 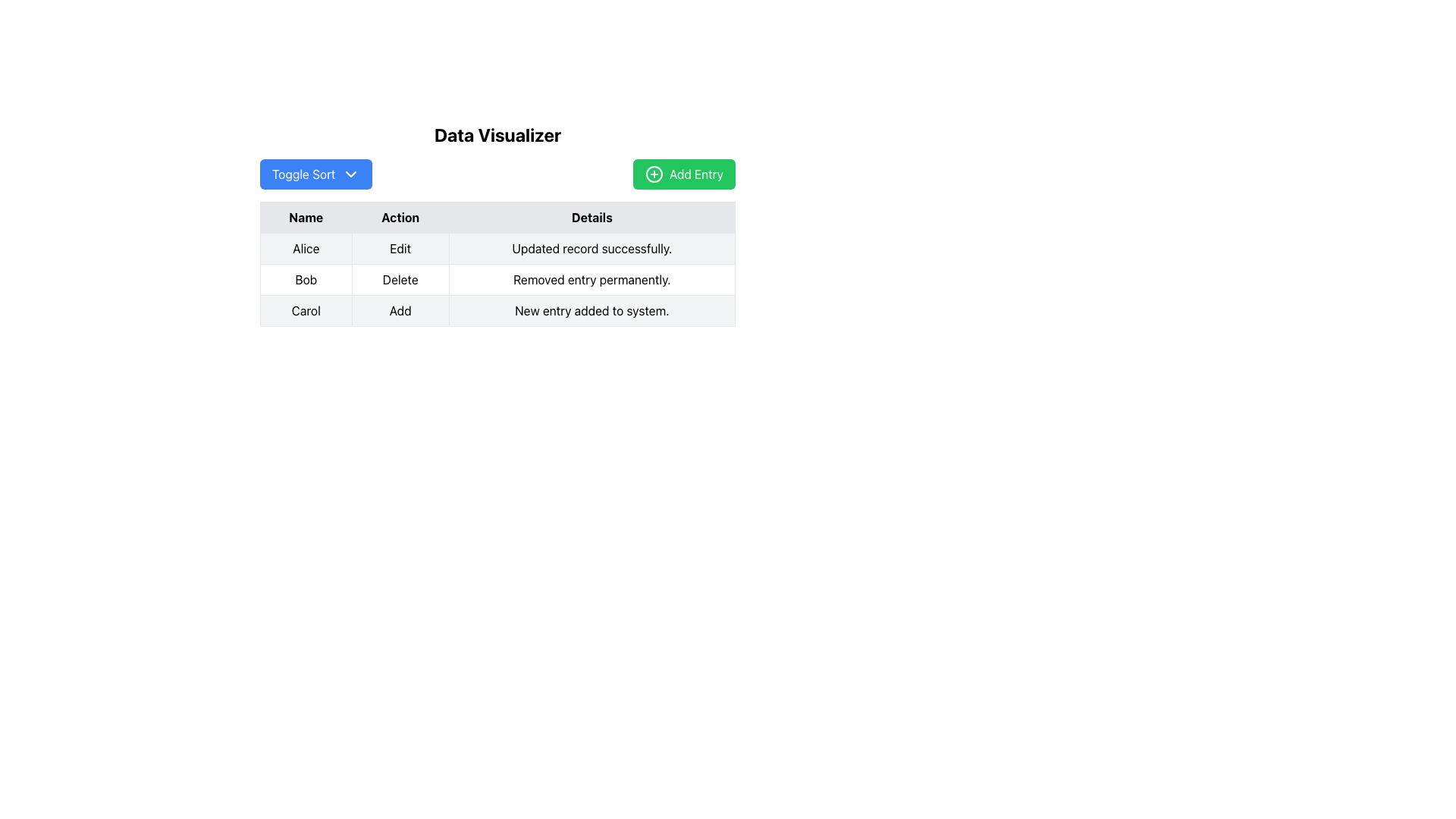 I want to click on the Toolbar containing the 'Toggle Sort' and 'Add Entry' buttons, so click(x=497, y=174).